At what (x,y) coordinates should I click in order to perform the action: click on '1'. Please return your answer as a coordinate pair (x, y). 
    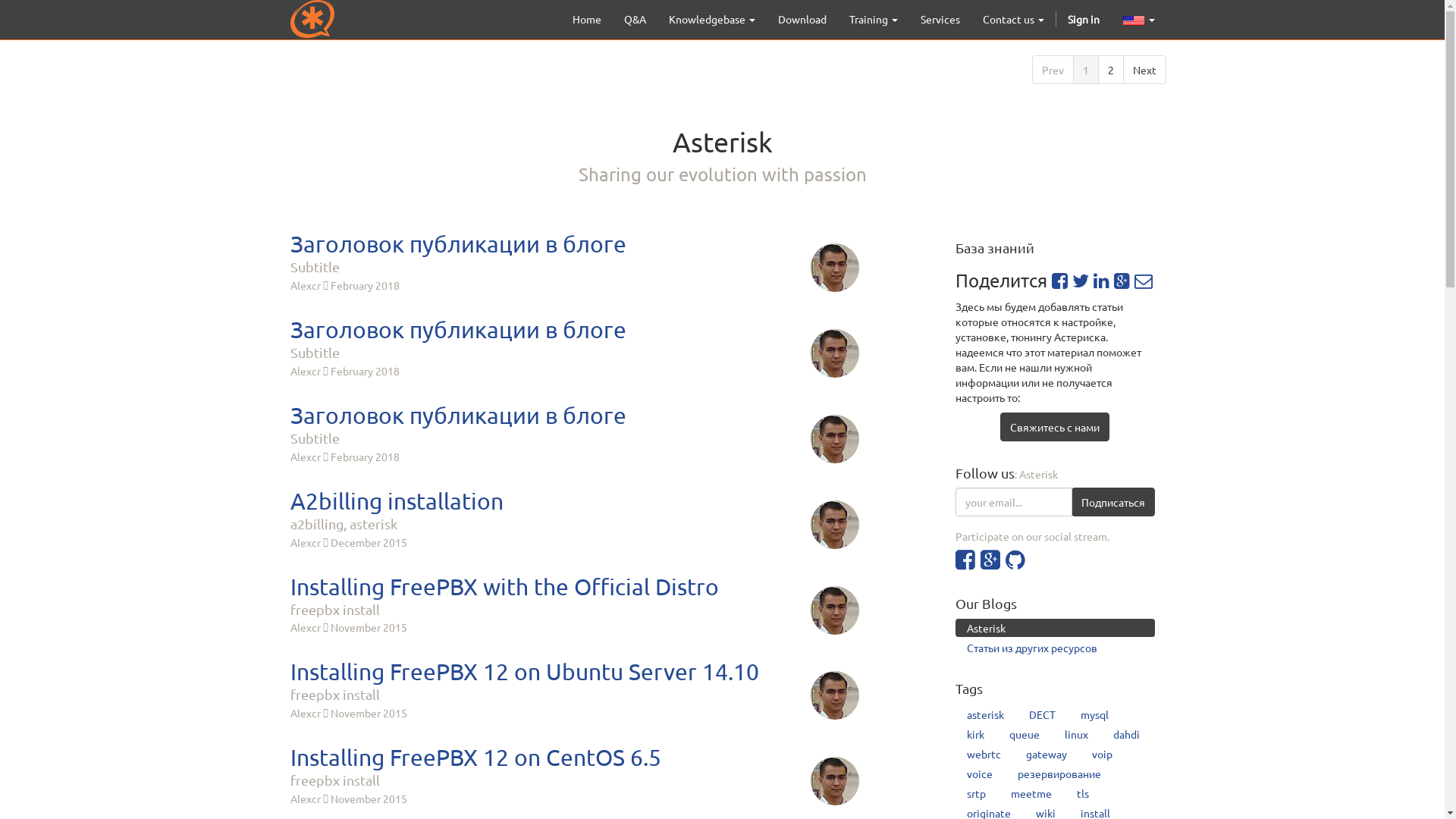
    Looking at the image, I should click on (1084, 70).